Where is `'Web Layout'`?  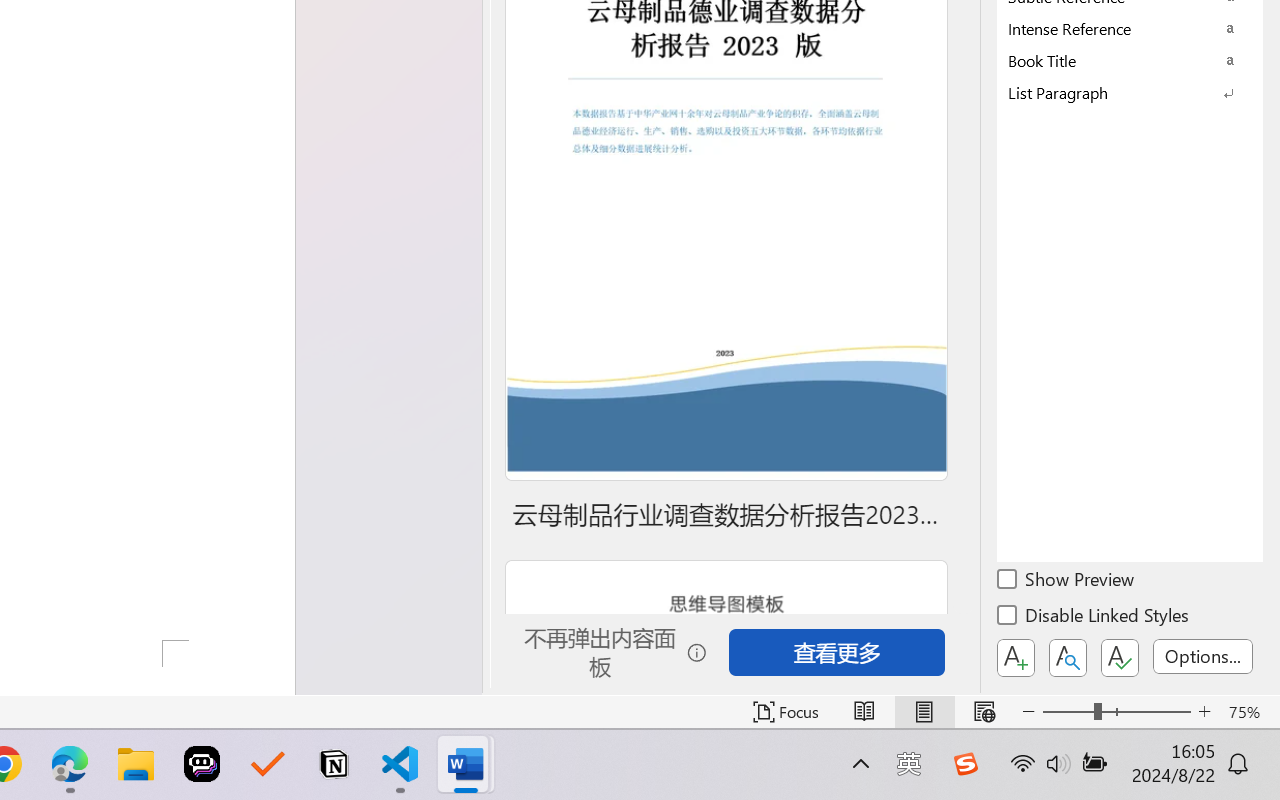
'Web Layout' is located at coordinates (984, 711).